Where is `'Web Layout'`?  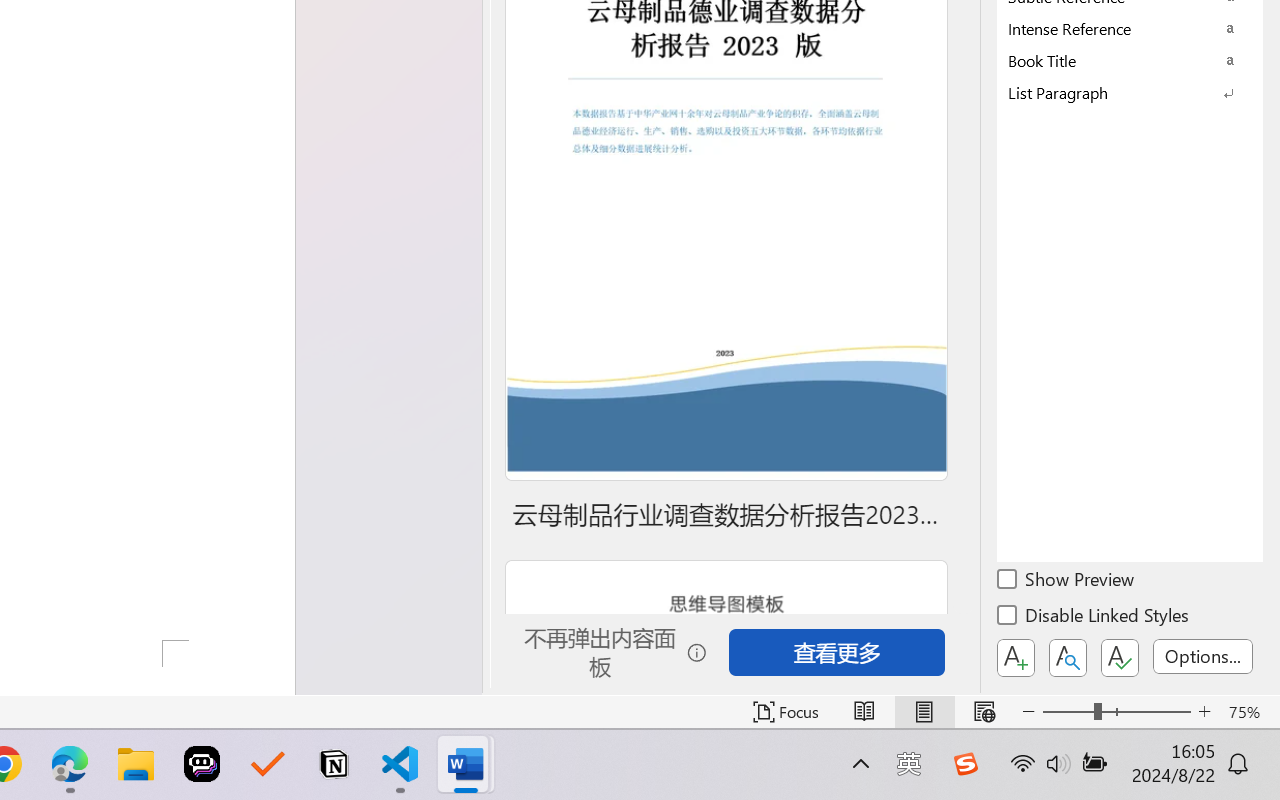
'Web Layout' is located at coordinates (984, 711).